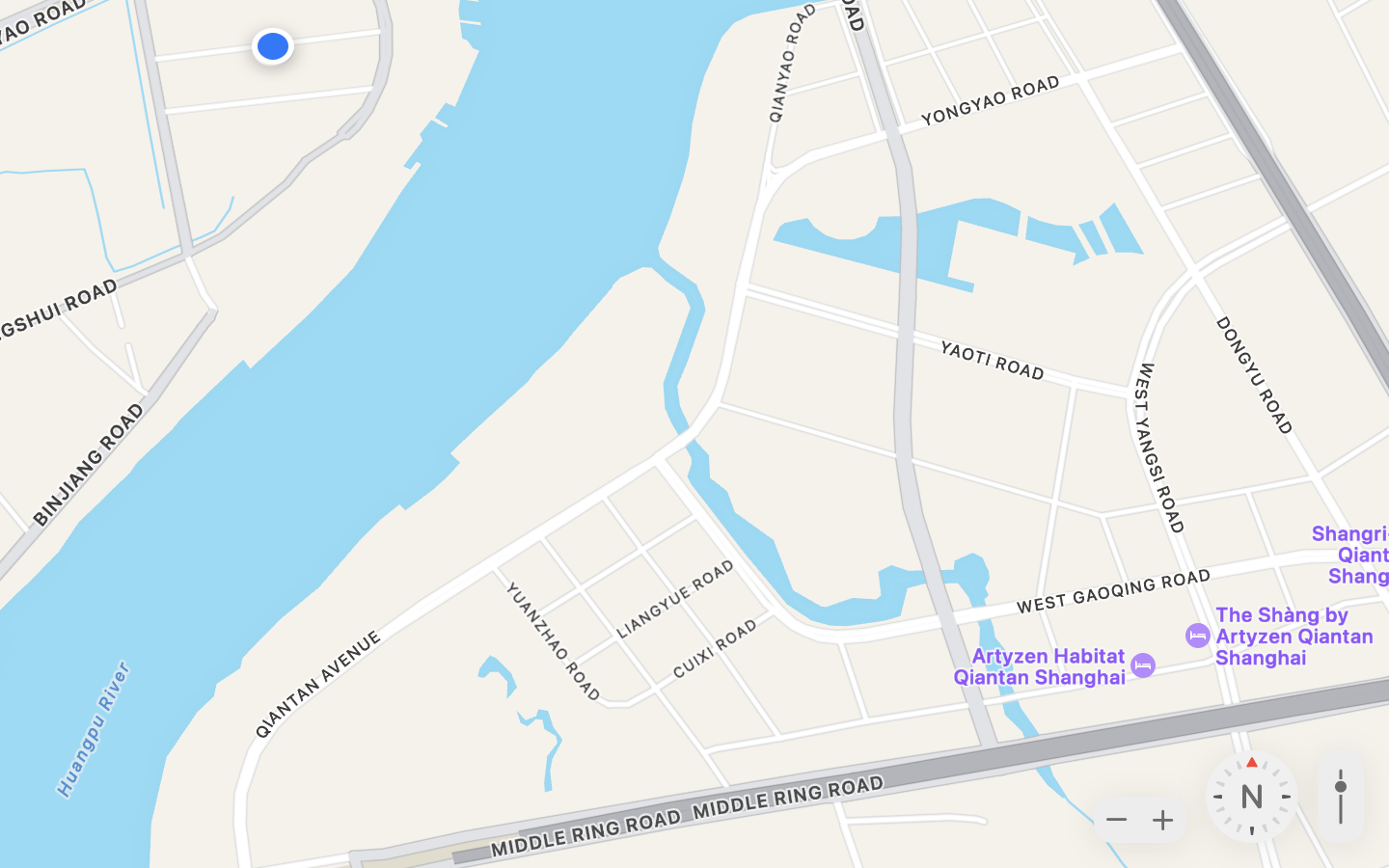 This screenshot has width=1389, height=868. What do you see at coordinates (1252, 797) in the screenshot?
I see `'Heading: 0 degrees North'` at bounding box center [1252, 797].